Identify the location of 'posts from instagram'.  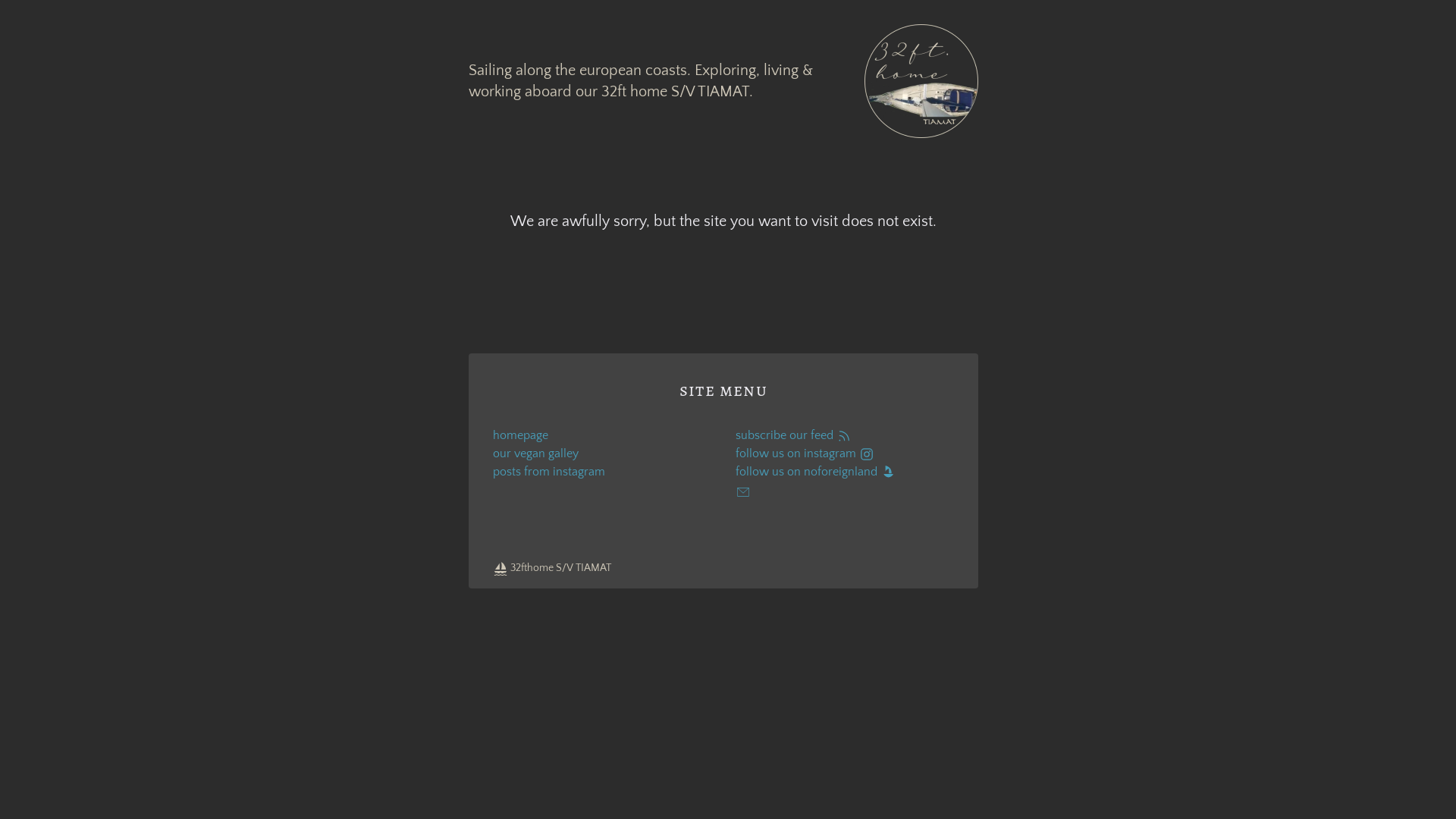
(492, 470).